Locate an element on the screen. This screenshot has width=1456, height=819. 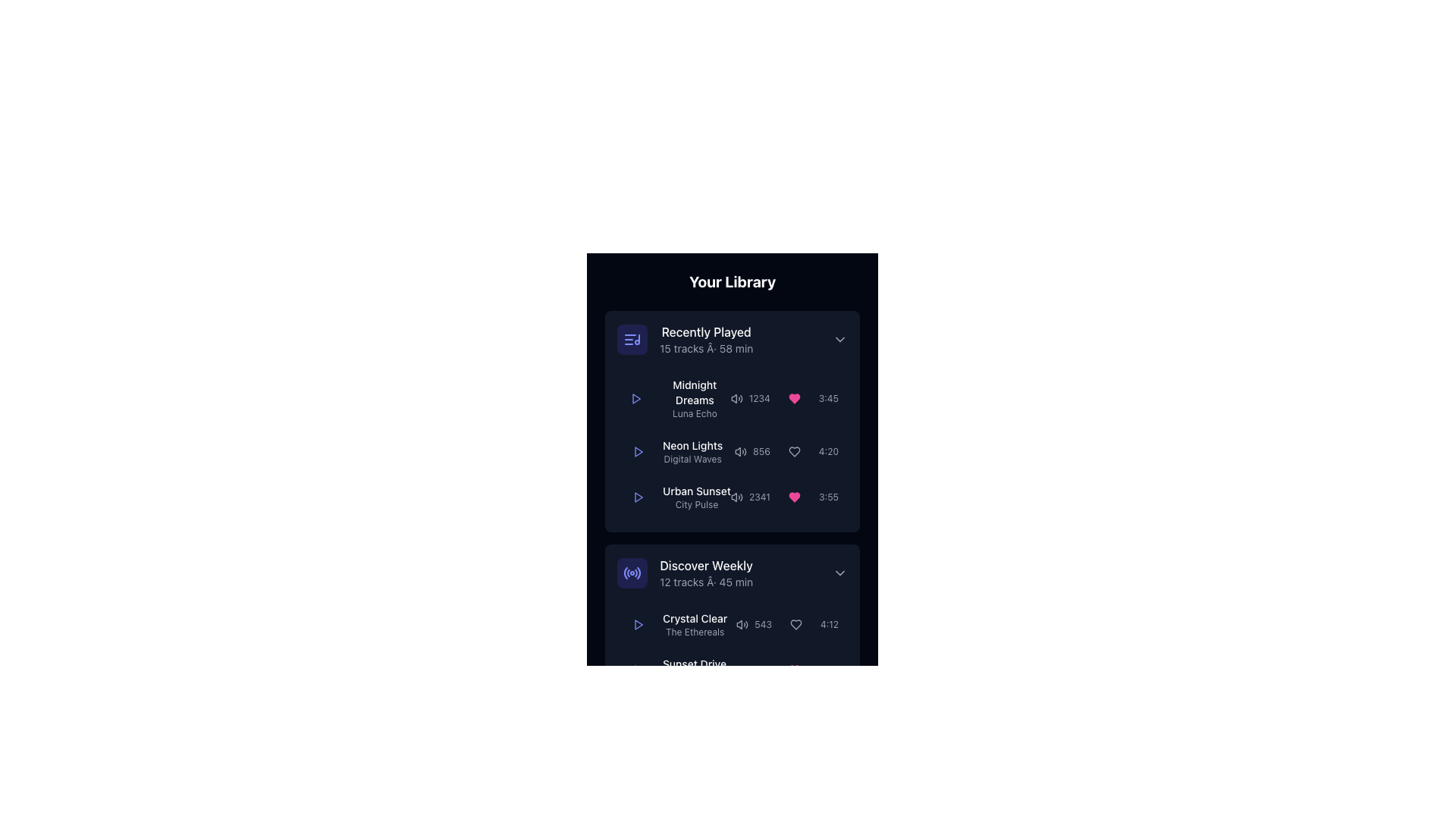
the 'like' button for the song 'Urban Sunset' by City Pulse, located in the 'Recently Played' section, to like or unlike the song is located at coordinates (793, 497).